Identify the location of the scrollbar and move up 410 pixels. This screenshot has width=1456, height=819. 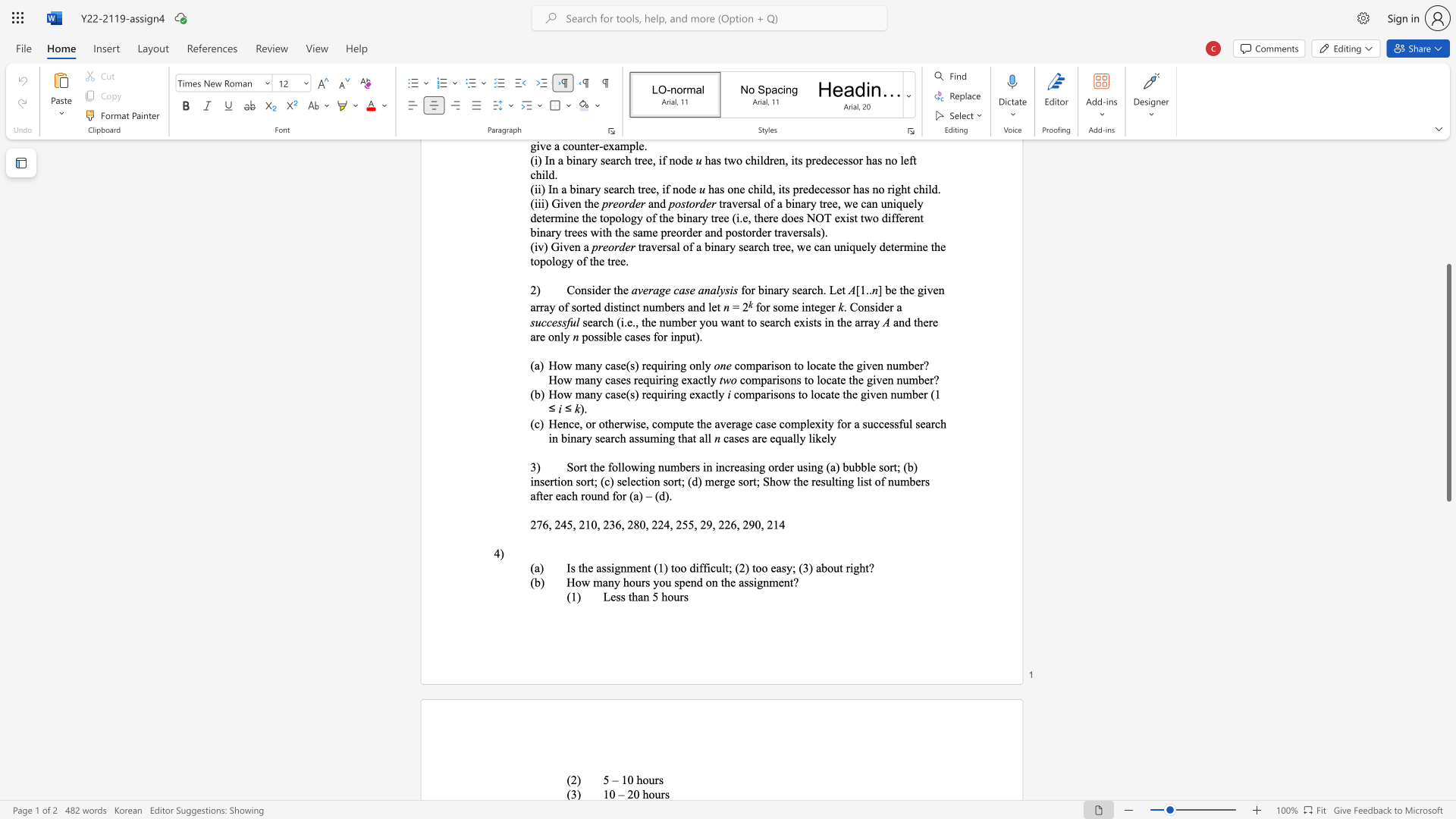
(1448, 382).